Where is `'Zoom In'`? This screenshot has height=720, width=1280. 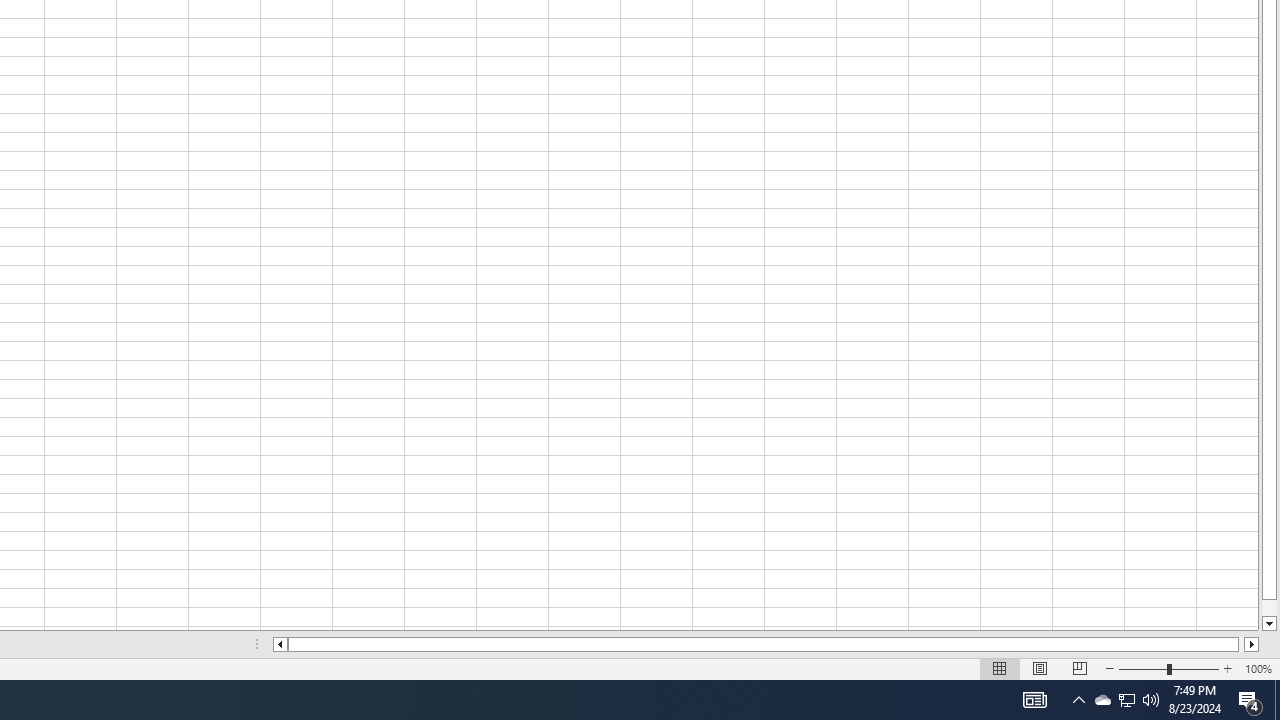 'Zoom In' is located at coordinates (1226, 669).